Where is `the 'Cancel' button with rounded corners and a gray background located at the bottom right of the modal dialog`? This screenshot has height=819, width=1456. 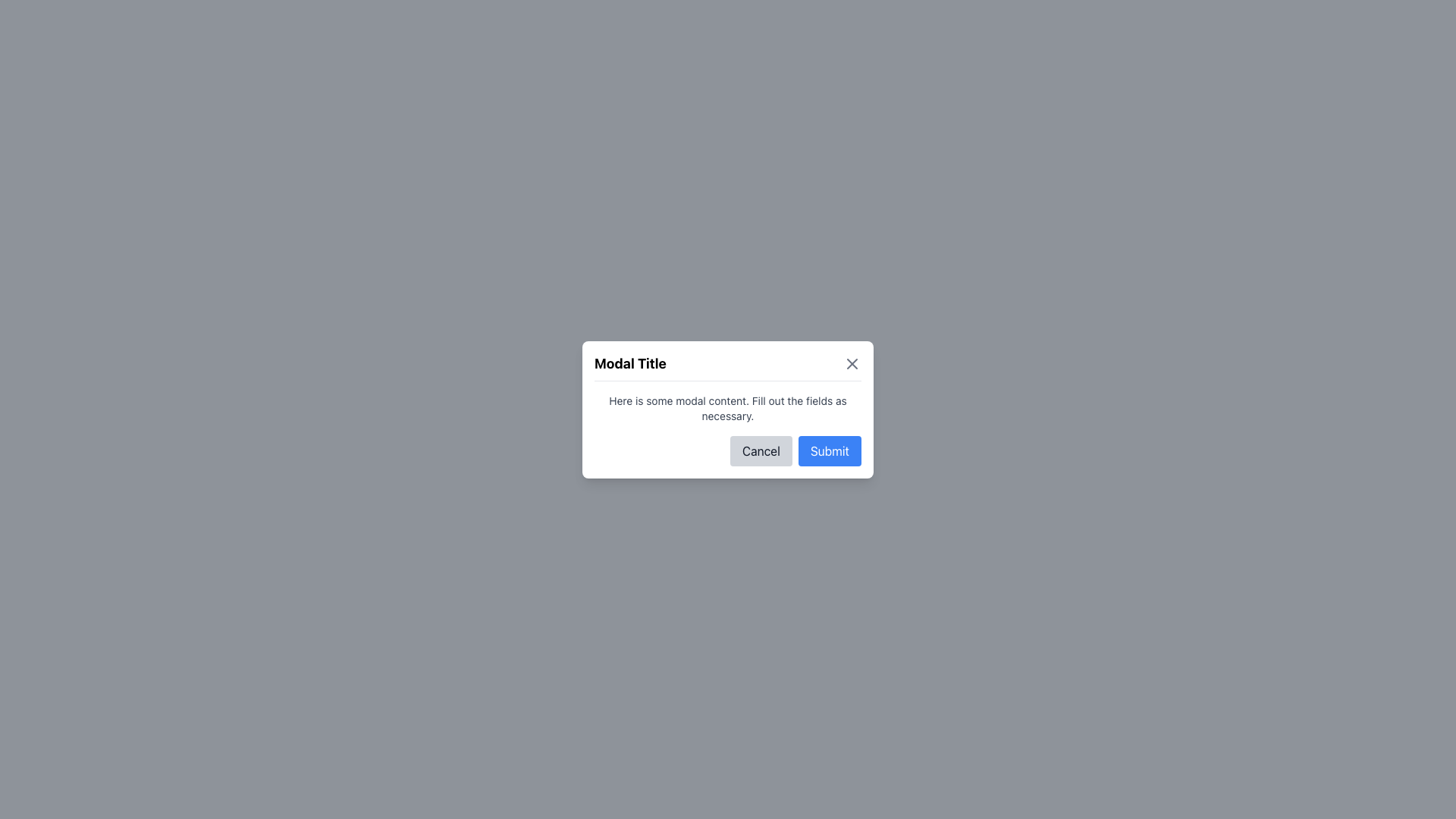 the 'Cancel' button with rounded corners and a gray background located at the bottom right of the modal dialog is located at coordinates (761, 450).